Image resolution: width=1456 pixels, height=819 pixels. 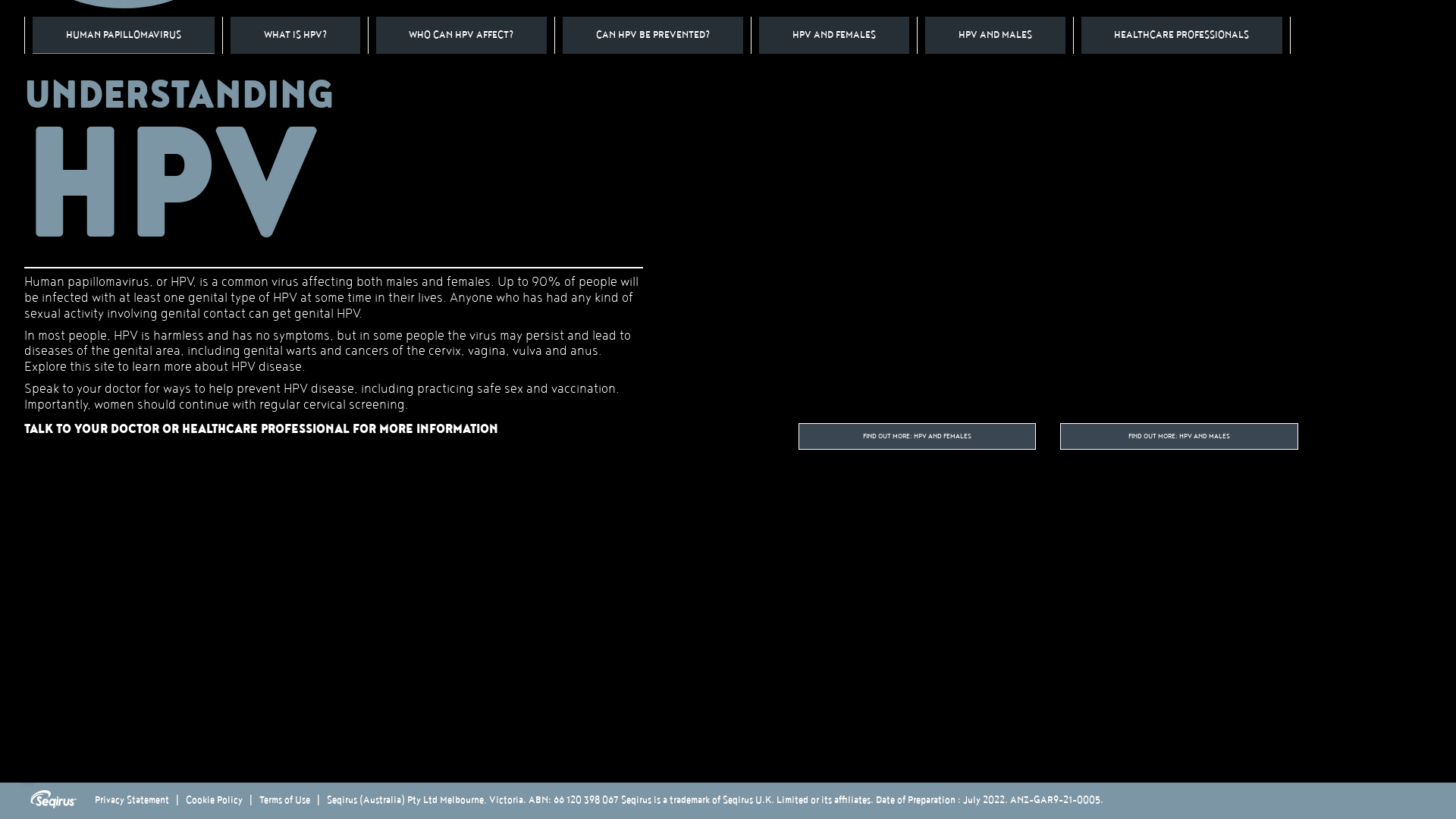 What do you see at coordinates (284, 799) in the screenshot?
I see `'Terms of Use'` at bounding box center [284, 799].